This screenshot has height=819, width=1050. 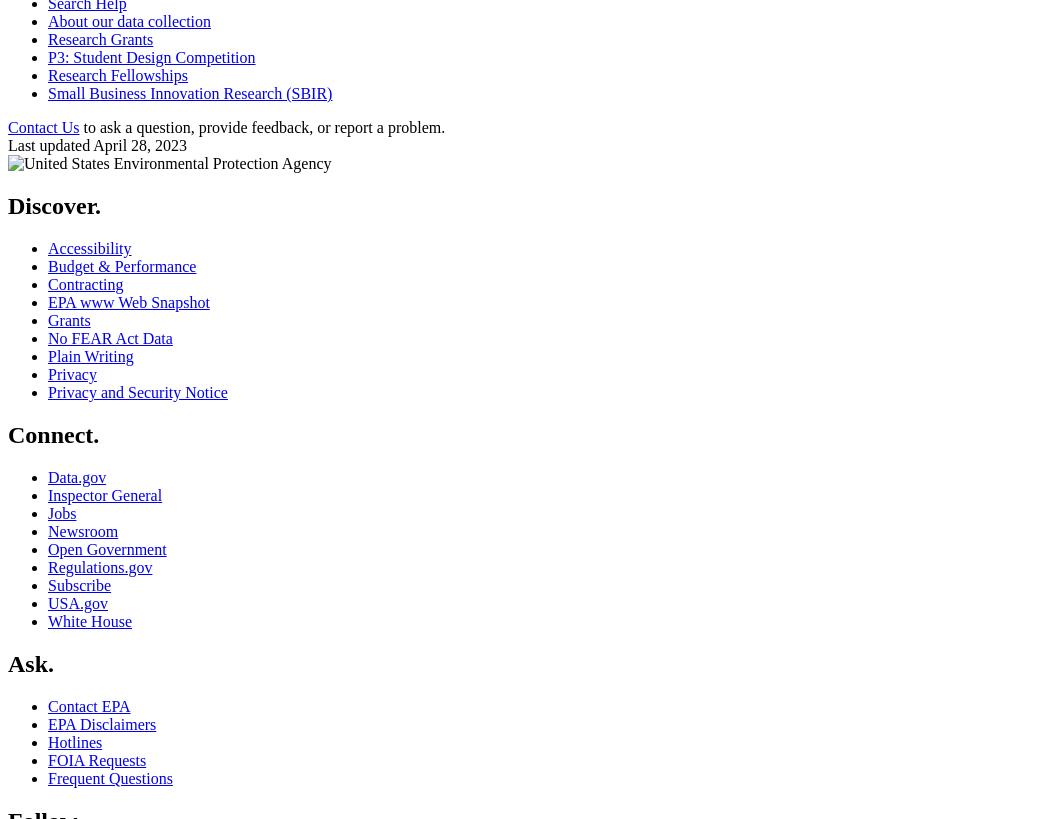 What do you see at coordinates (60, 511) in the screenshot?
I see `'Jobs'` at bounding box center [60, 511].